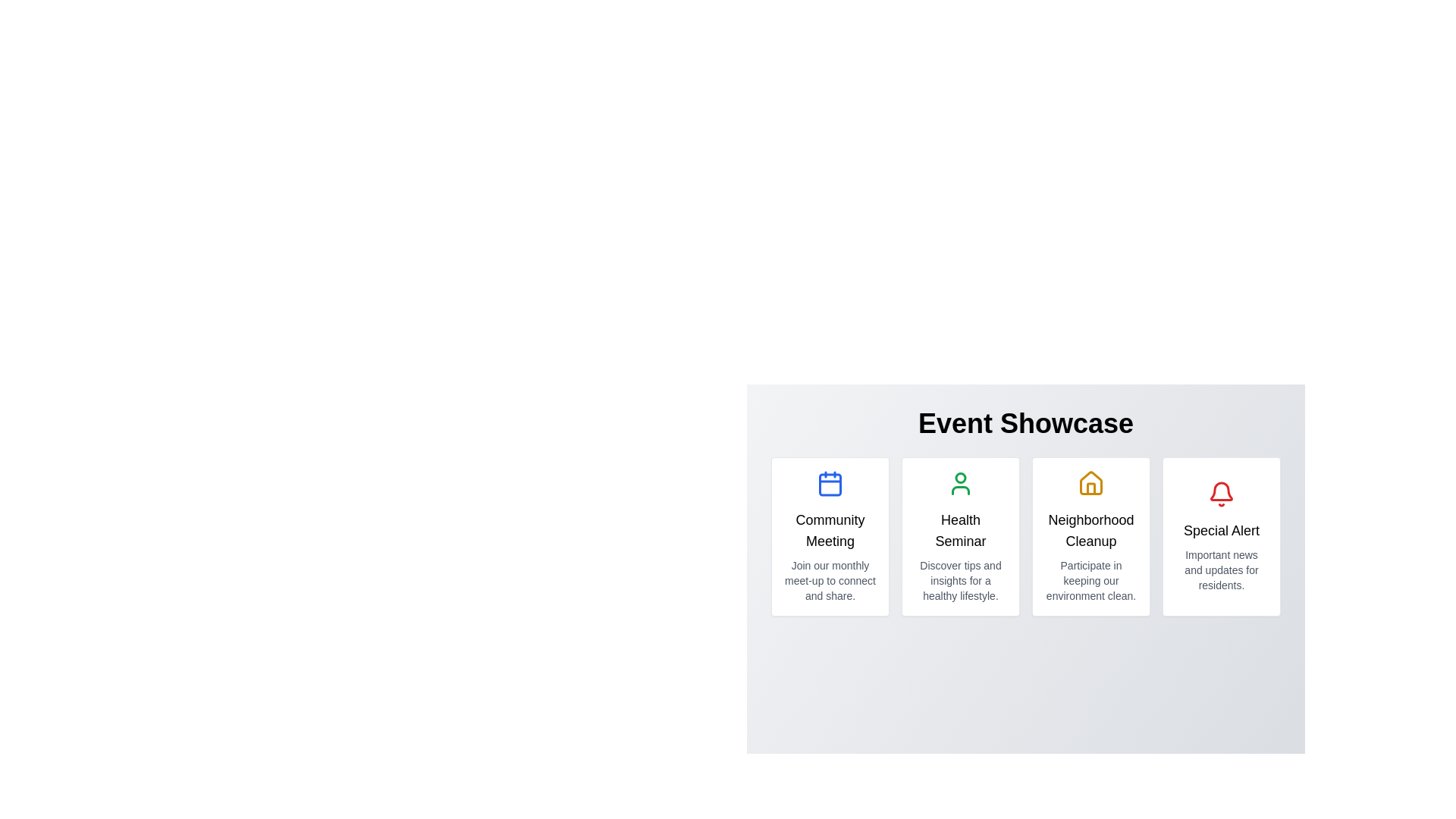  What do you see at coordinates (1222, 536) in the screenshot?
I see `the notification card located in the bottom-right section of the showcase` at bounding box center [1222, 536].